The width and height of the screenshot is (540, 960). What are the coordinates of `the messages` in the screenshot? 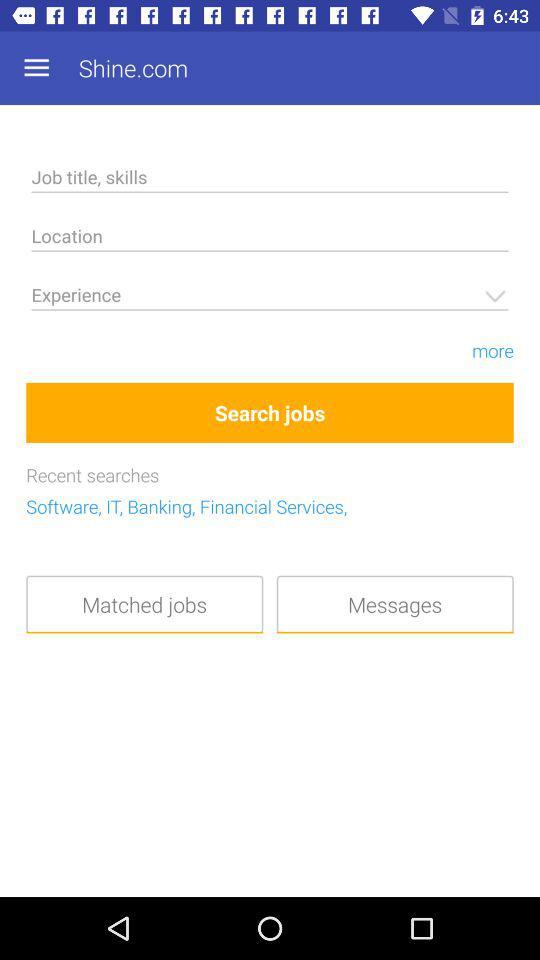 It's located at (395, 603).